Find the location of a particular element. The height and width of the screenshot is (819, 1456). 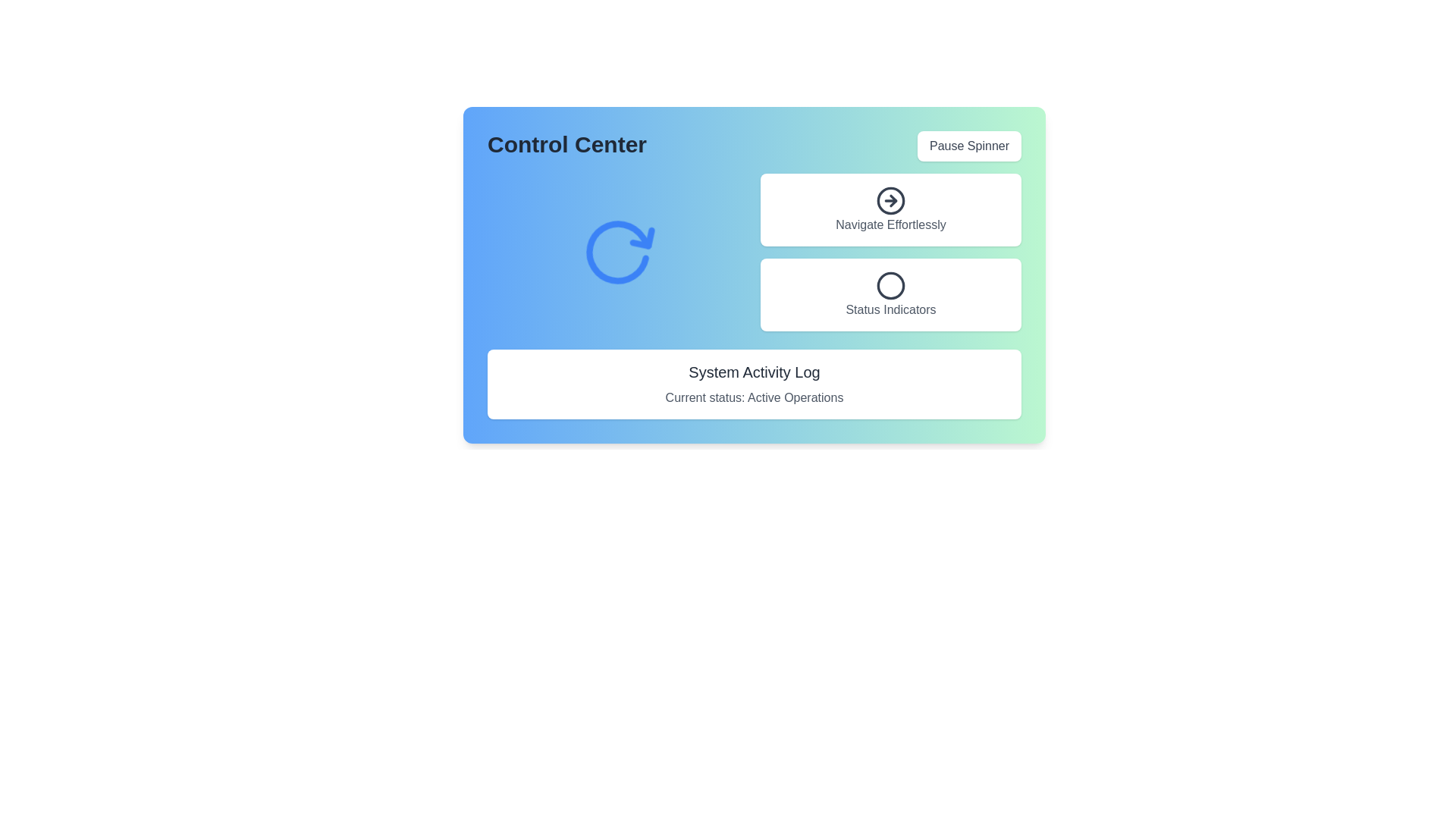

the static label or text located within a white, shadowed, rounded box in the lower-middle section of the interface, which is underneath a circular icon is located at coordinates (891, 309).